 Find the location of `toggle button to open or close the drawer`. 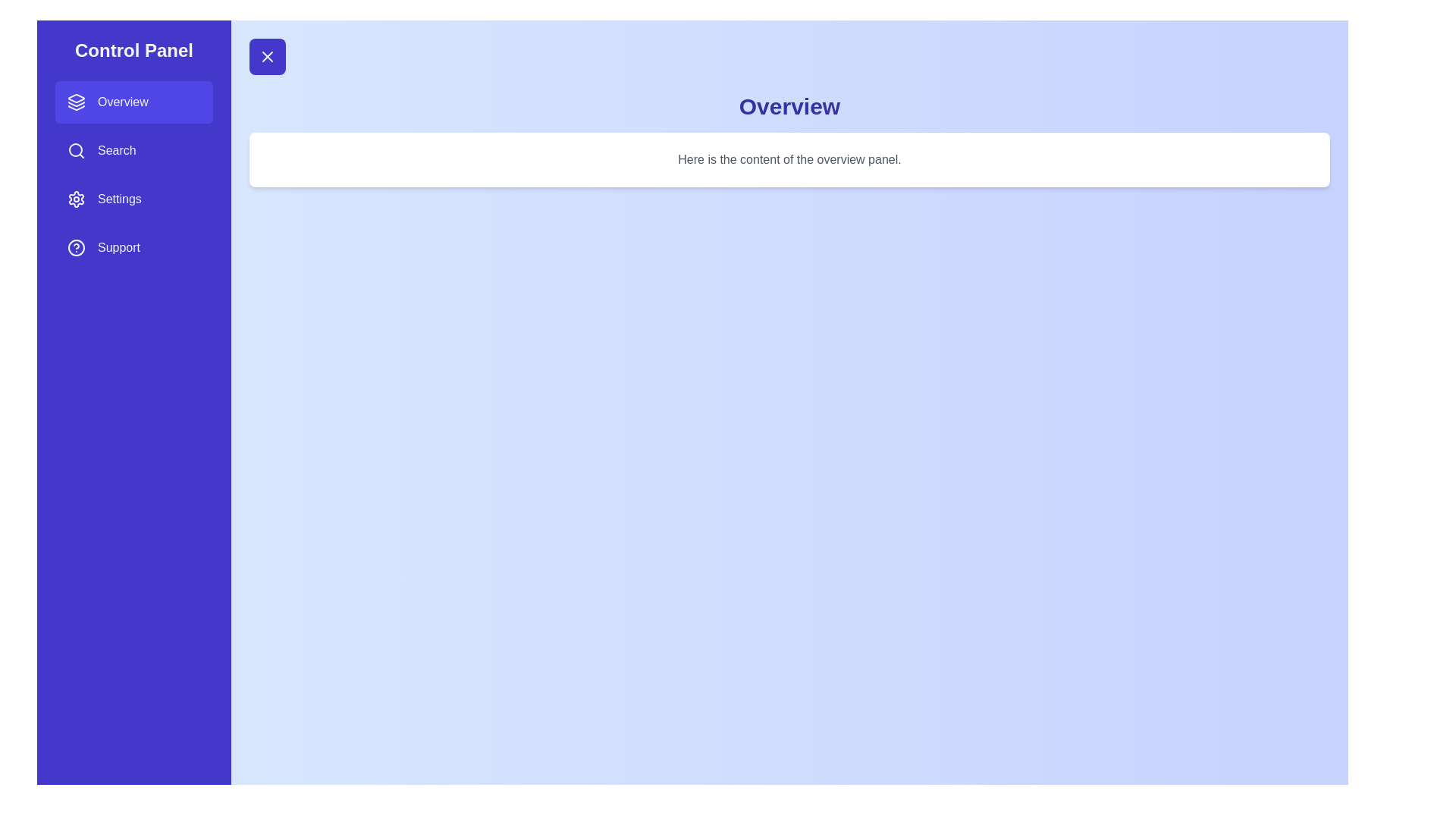

toggle button to open or close the drawer is located at coordinates (268, 55).